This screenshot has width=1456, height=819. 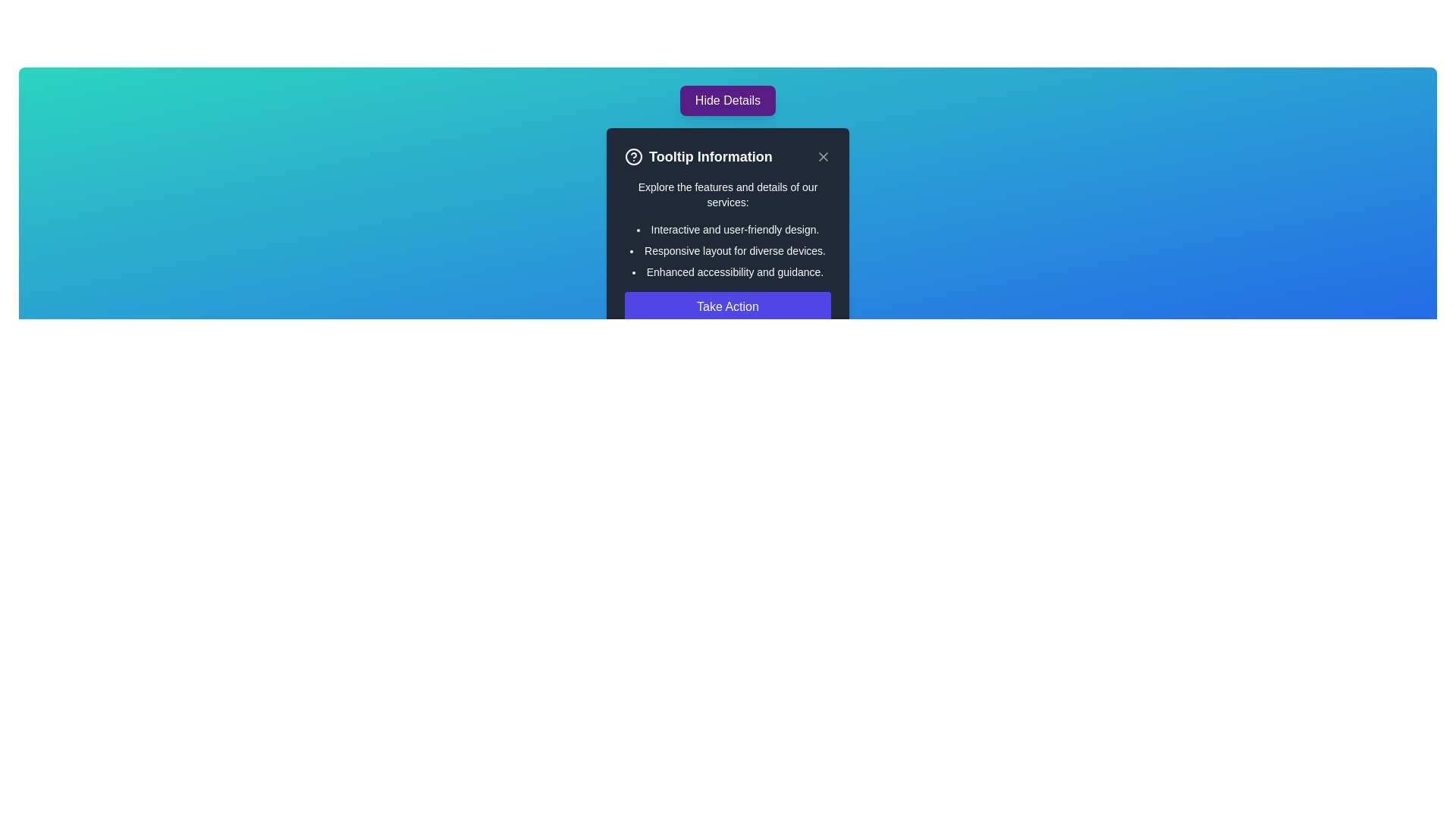 I want to click on the descriptive list of features located within the 'Tooltip Information' modal, positioned below the subtitle 'Explore the features and details of our services:' and above the 'Take Action' button, so click(x=728, y=250).